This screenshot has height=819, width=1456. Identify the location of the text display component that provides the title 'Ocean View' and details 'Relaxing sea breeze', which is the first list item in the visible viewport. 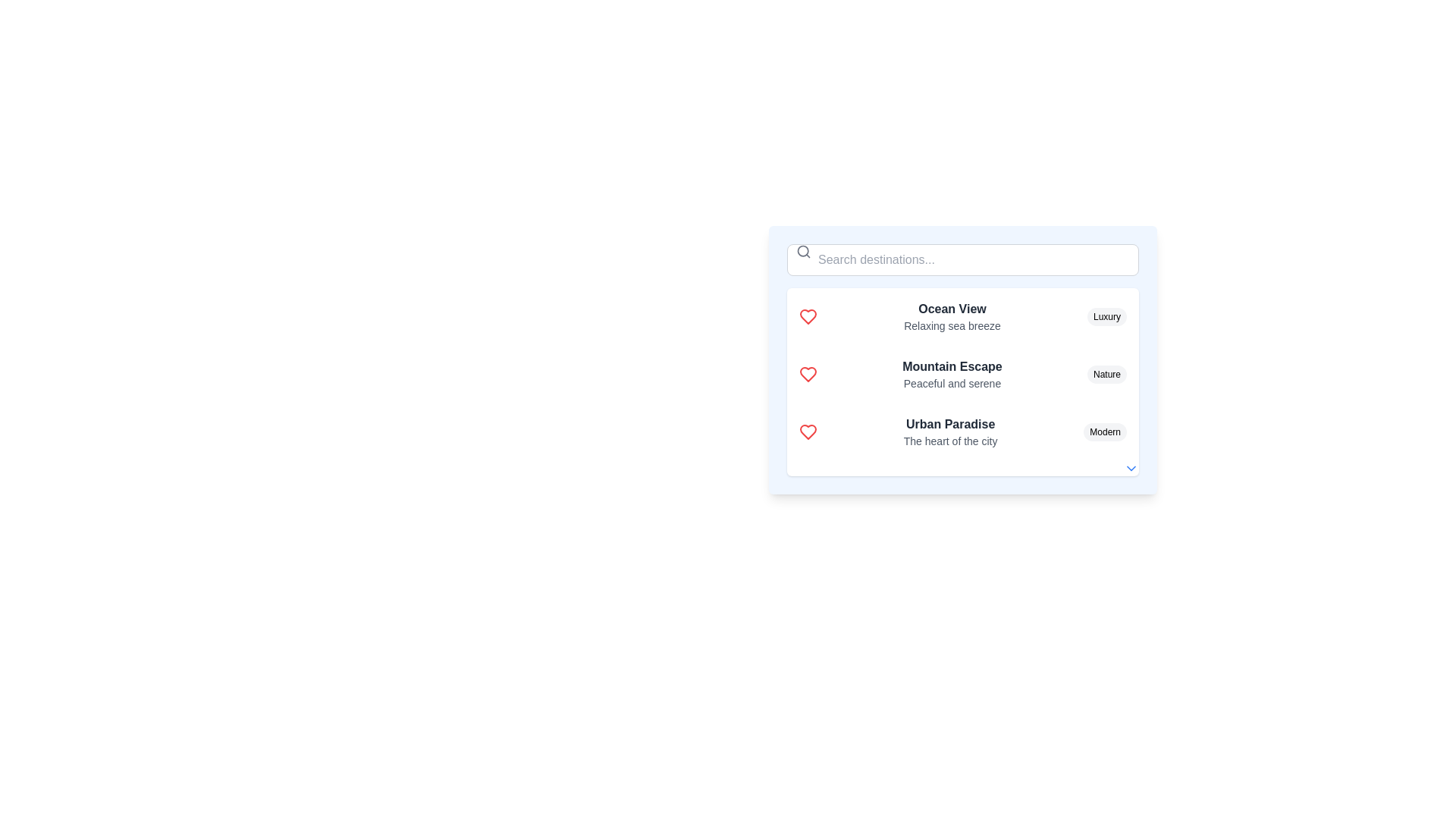
(952, 315).